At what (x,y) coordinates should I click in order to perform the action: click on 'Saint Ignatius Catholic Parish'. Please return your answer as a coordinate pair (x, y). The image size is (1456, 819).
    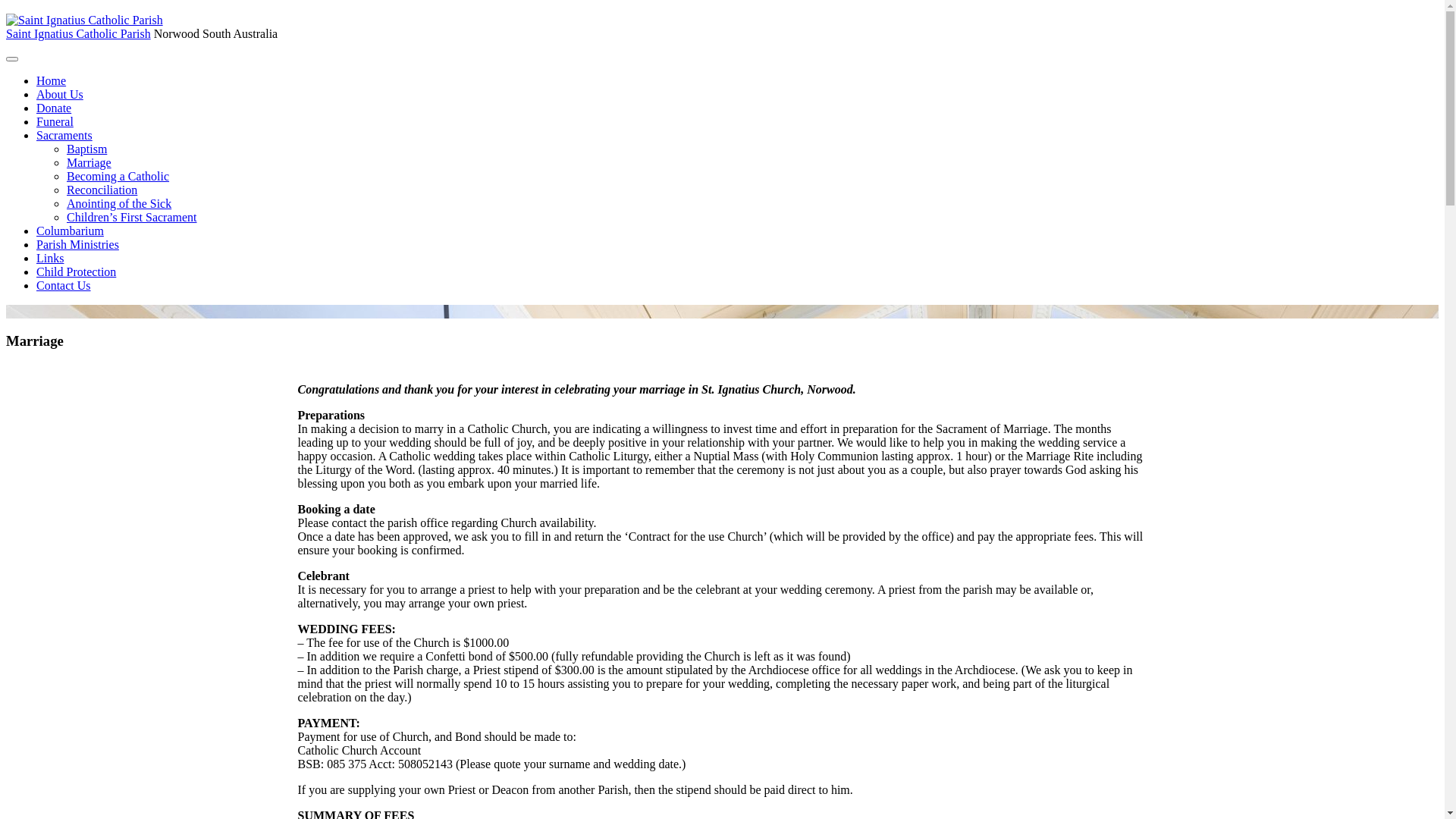
    Looking at the image, I should click on (77, 33).